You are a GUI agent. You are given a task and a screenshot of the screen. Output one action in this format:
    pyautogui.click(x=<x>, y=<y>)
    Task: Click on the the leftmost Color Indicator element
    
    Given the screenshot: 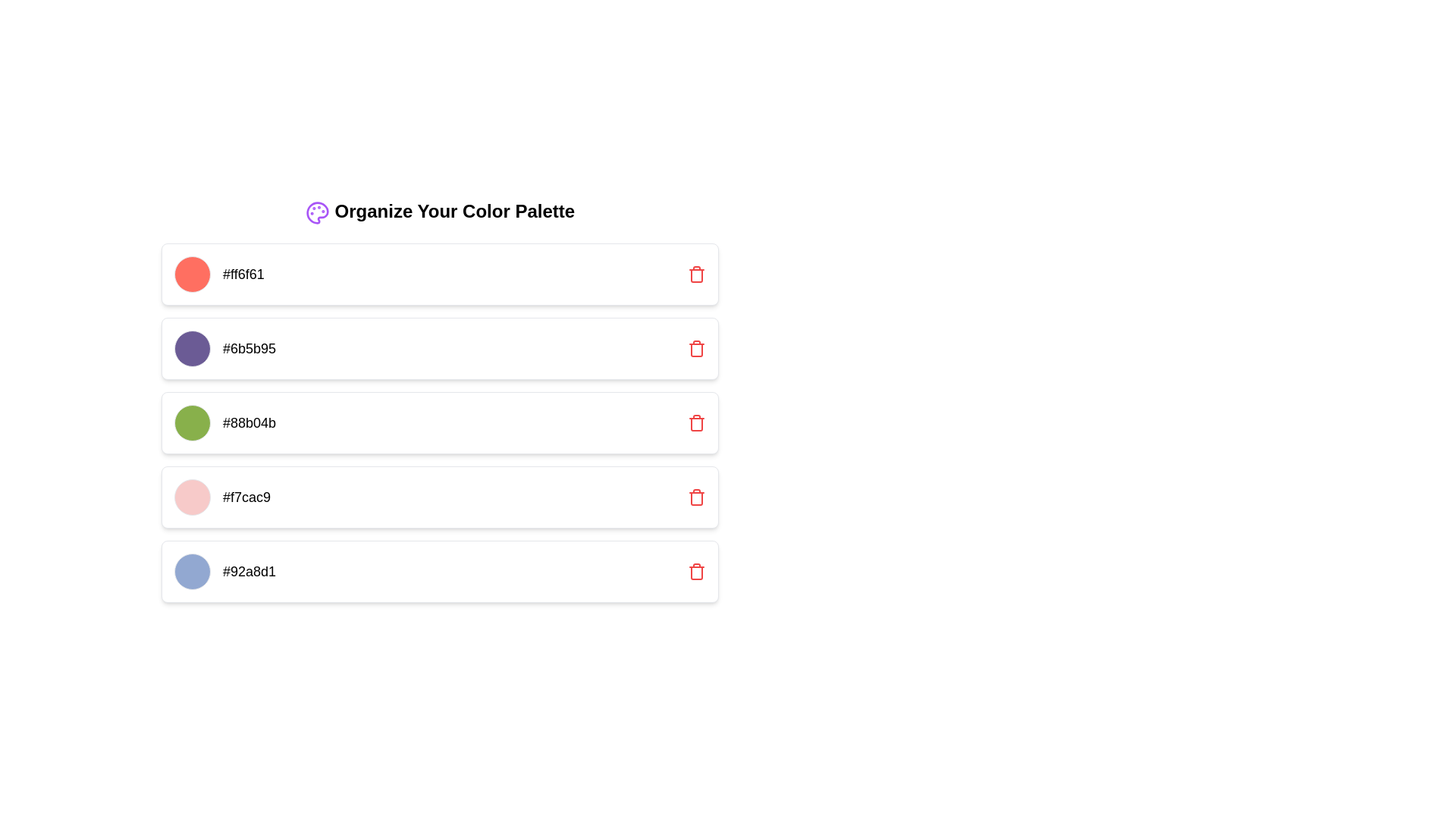 What is the action you would take?
    pyautogui.click(x=192, y=274)
    